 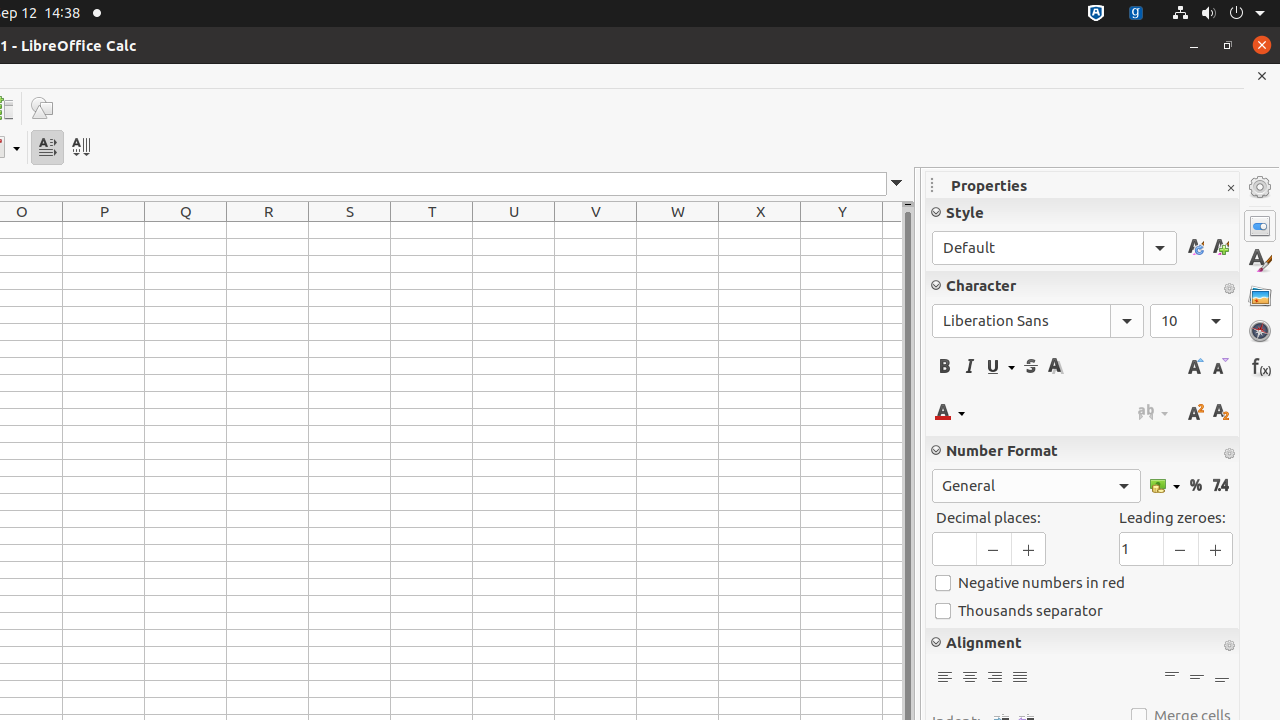 I want to click on 'Subscript', so click(x=1219, y=411).